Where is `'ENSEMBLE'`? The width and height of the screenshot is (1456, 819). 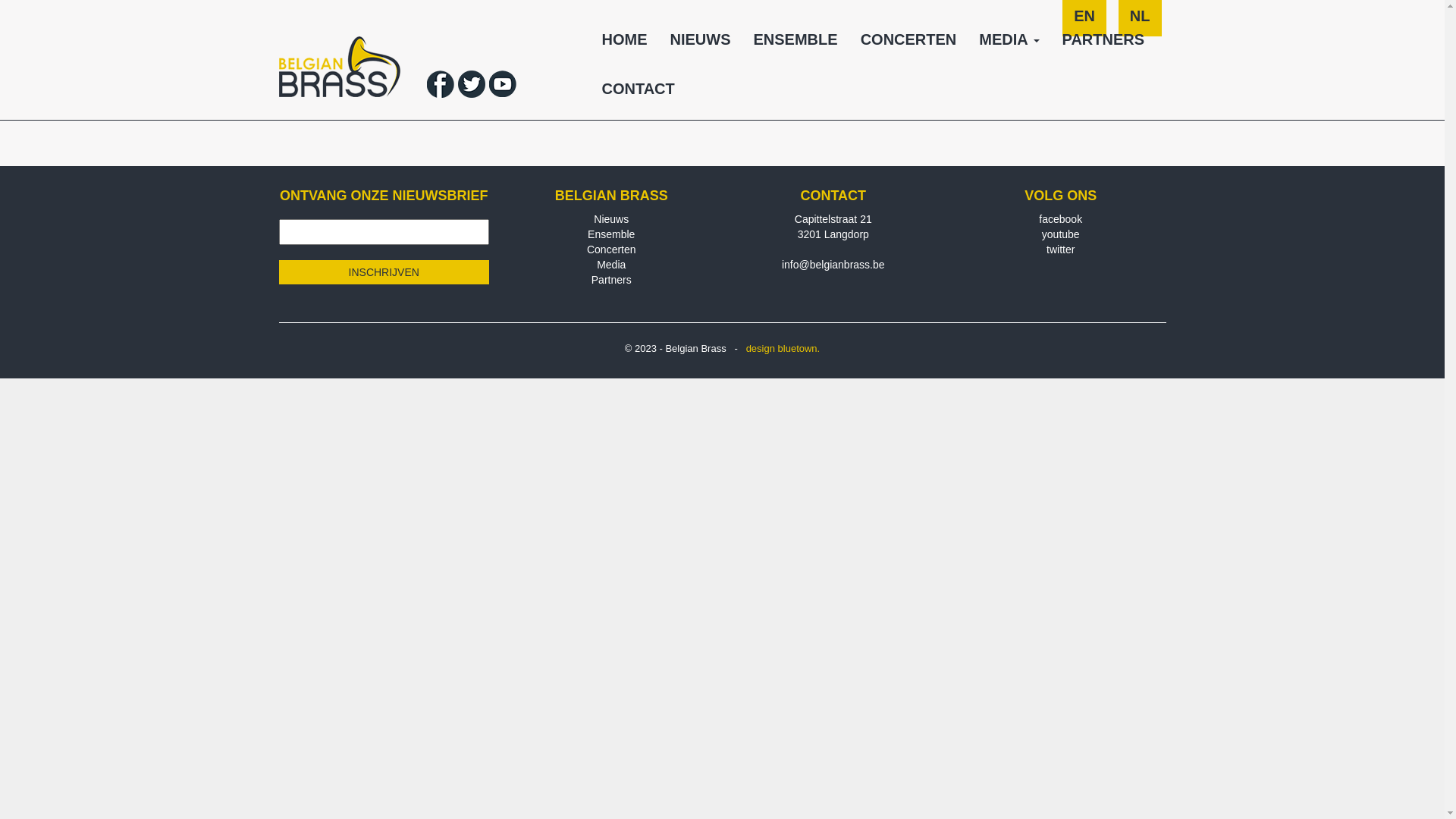
'ENSEMBLE' is located at coordinates (794, 44).